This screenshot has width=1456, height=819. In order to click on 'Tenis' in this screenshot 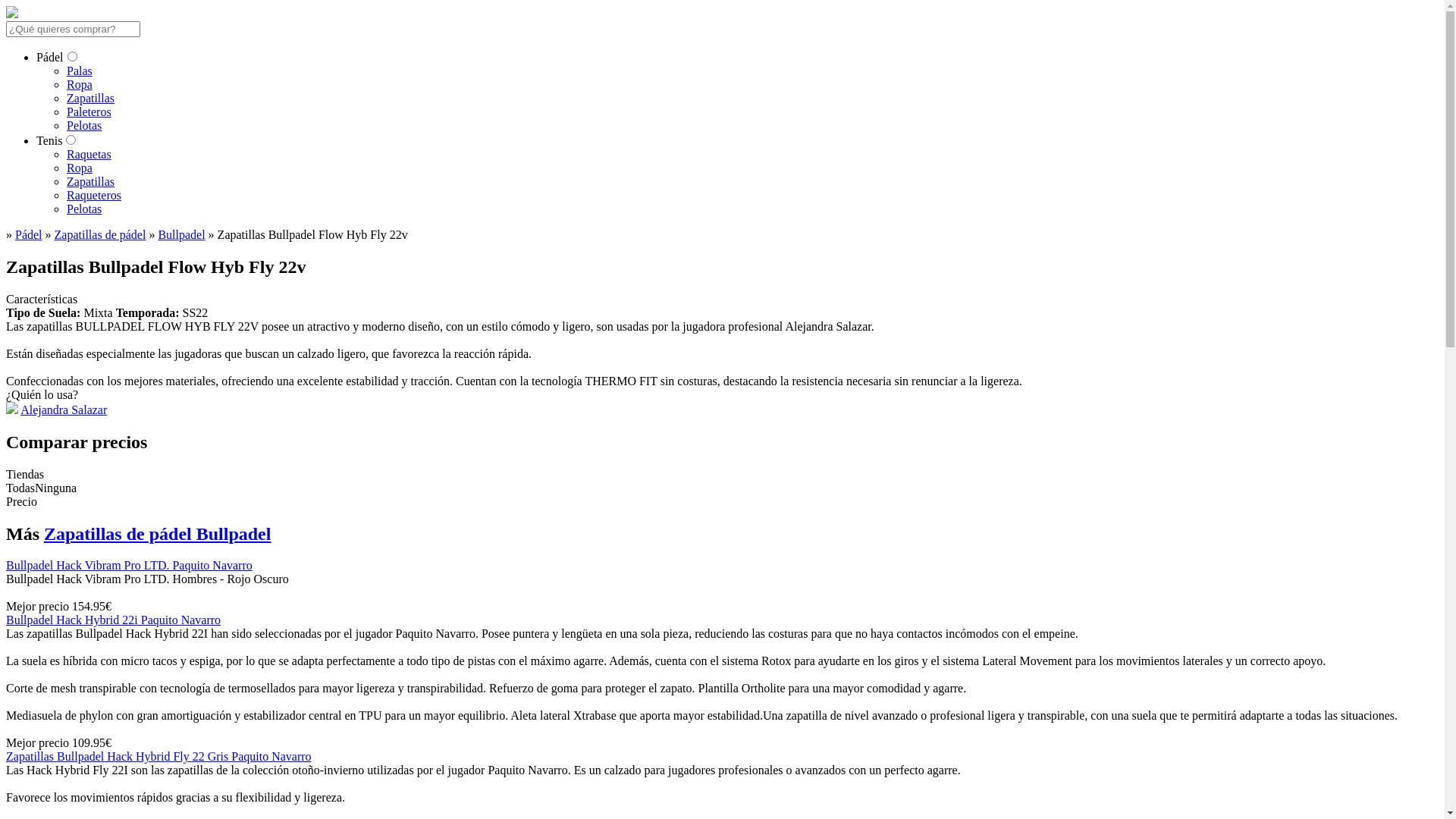, I will do `click(49, 140)`.